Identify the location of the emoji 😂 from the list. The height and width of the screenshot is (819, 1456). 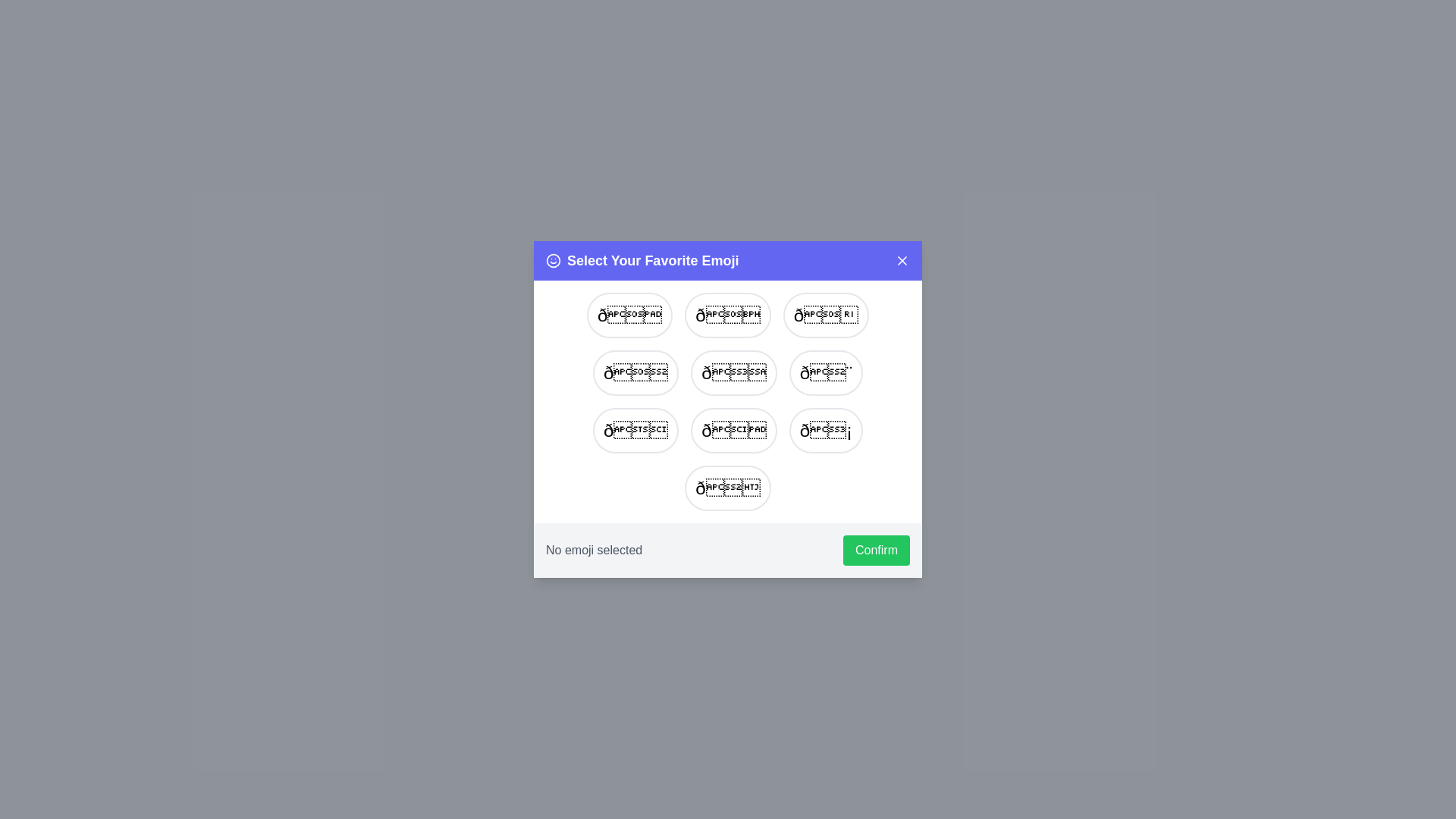
(728, 315).